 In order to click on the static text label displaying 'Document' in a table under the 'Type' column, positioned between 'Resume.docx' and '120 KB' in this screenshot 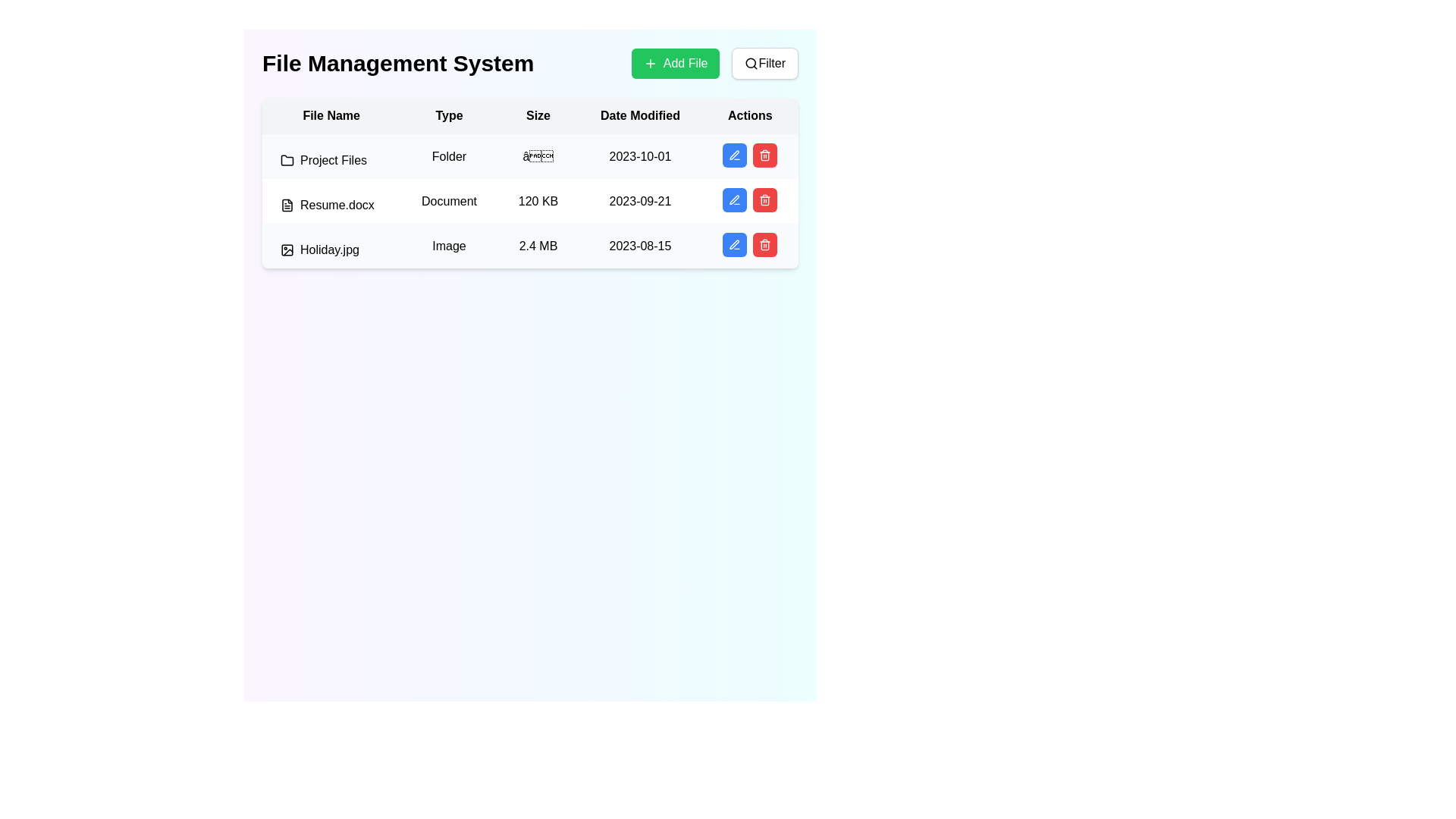, I will do `click(448, 200)`.